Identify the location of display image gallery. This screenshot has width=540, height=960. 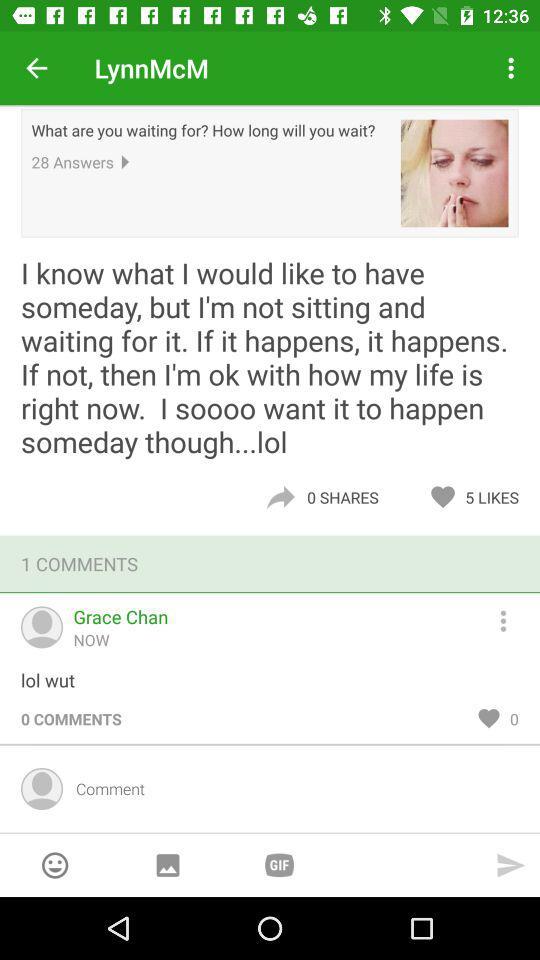
(166, 864).